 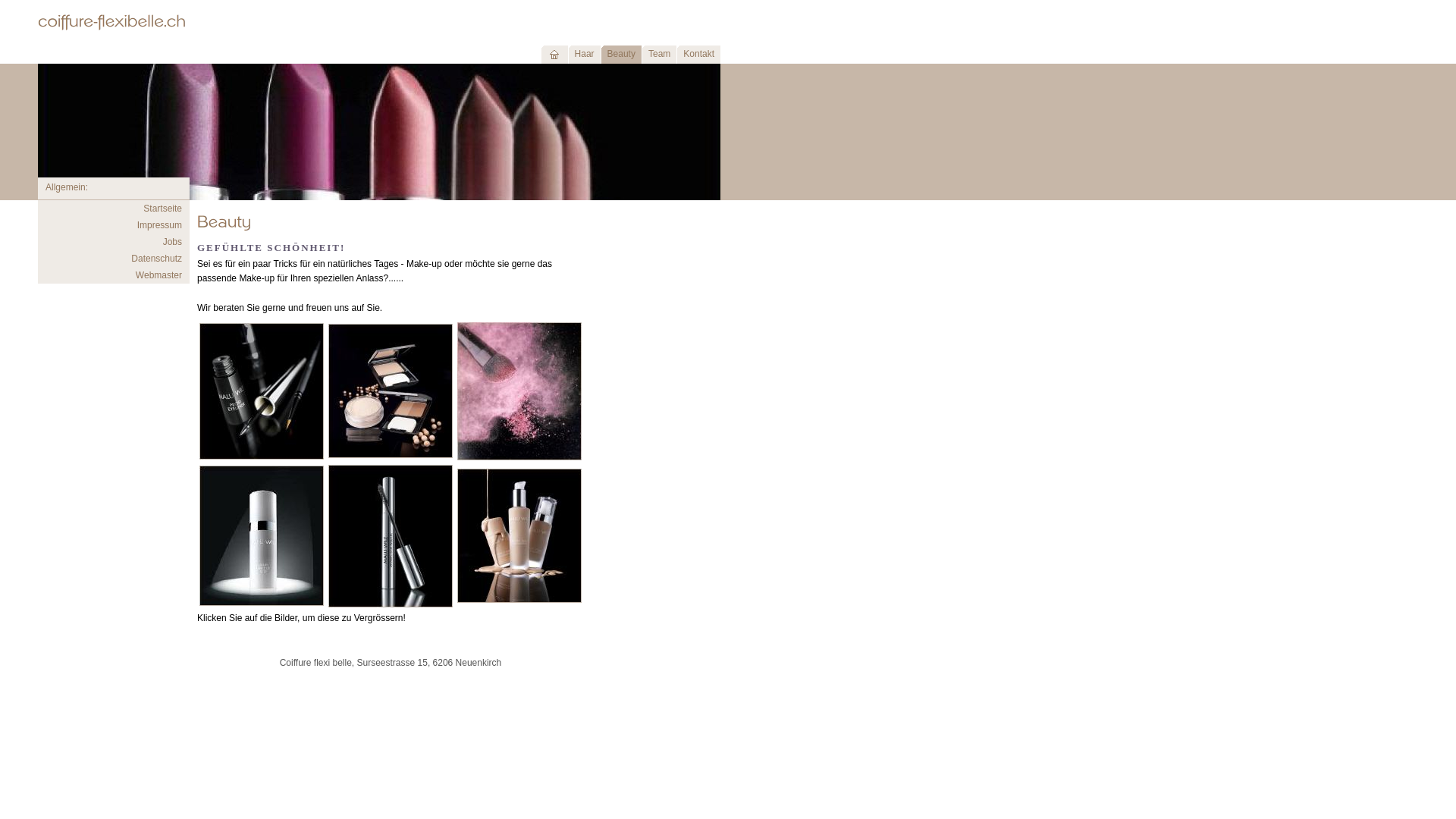 What do you see at coordinates (162, 208) in the screenshot?
I see `'Startseite'` at bounding box center [162, 208].